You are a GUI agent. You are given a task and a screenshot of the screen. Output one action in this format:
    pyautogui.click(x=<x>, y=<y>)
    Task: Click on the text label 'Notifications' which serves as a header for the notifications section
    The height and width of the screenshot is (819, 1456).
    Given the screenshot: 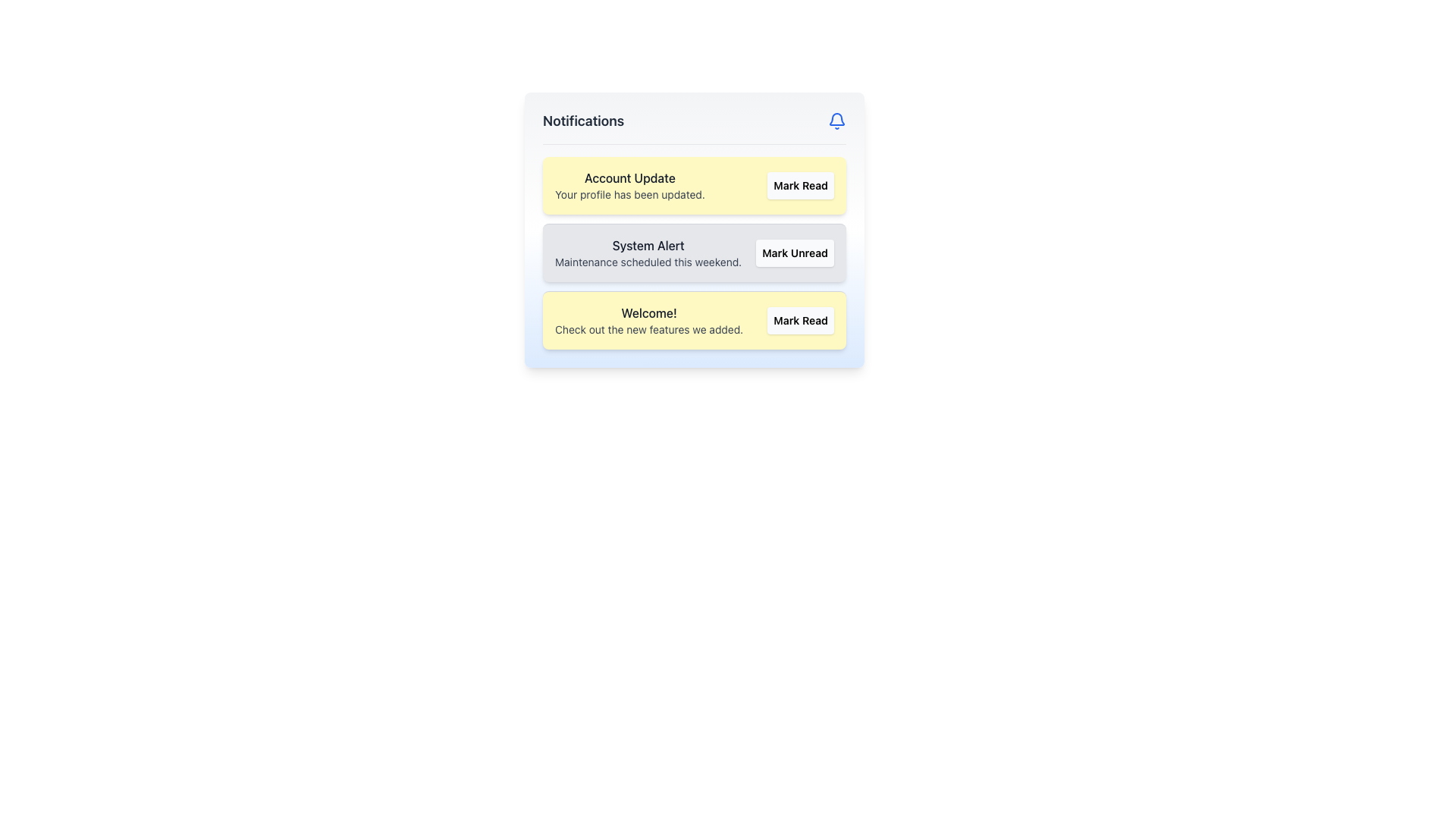 What is the action you would take?
    pyautogui.click(x=582, y=120)
    